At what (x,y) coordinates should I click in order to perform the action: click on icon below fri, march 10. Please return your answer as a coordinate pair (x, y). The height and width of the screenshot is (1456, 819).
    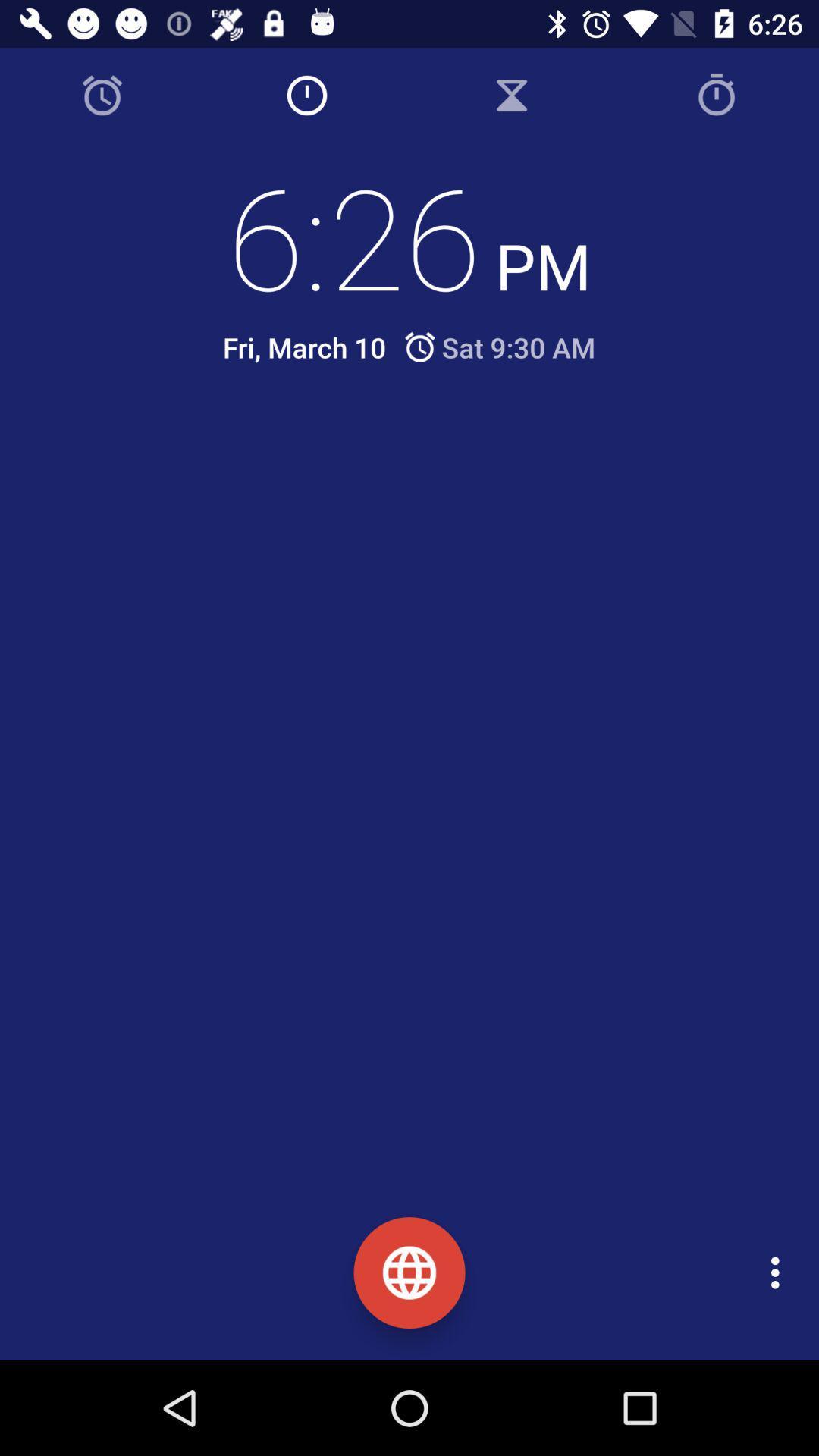
    Looking at the image, I should click on (421, 453).